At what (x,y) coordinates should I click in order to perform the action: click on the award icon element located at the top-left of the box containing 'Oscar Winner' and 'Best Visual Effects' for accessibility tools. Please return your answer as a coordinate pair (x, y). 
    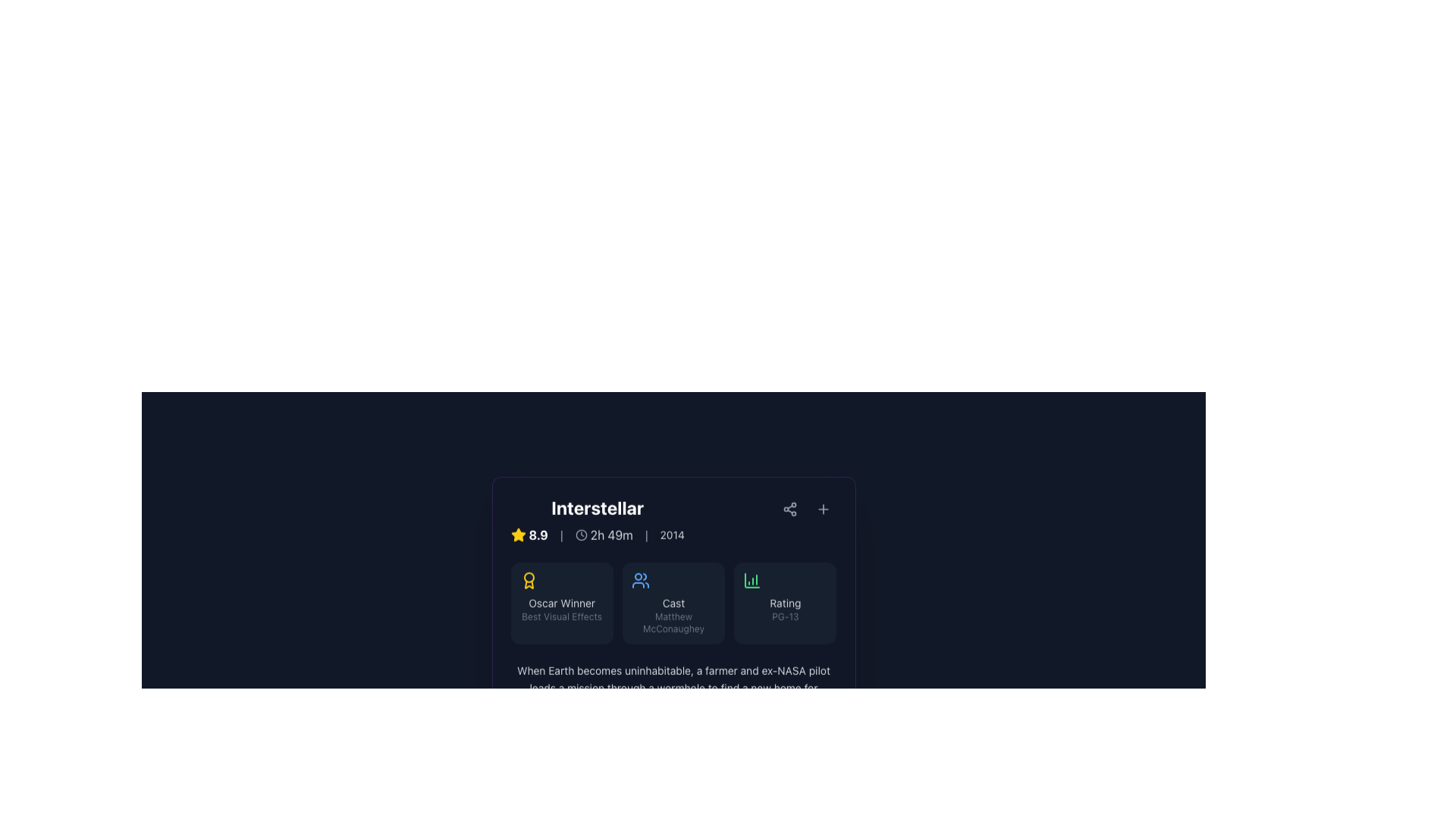
    Looking at the image, I should click on (529, 580).